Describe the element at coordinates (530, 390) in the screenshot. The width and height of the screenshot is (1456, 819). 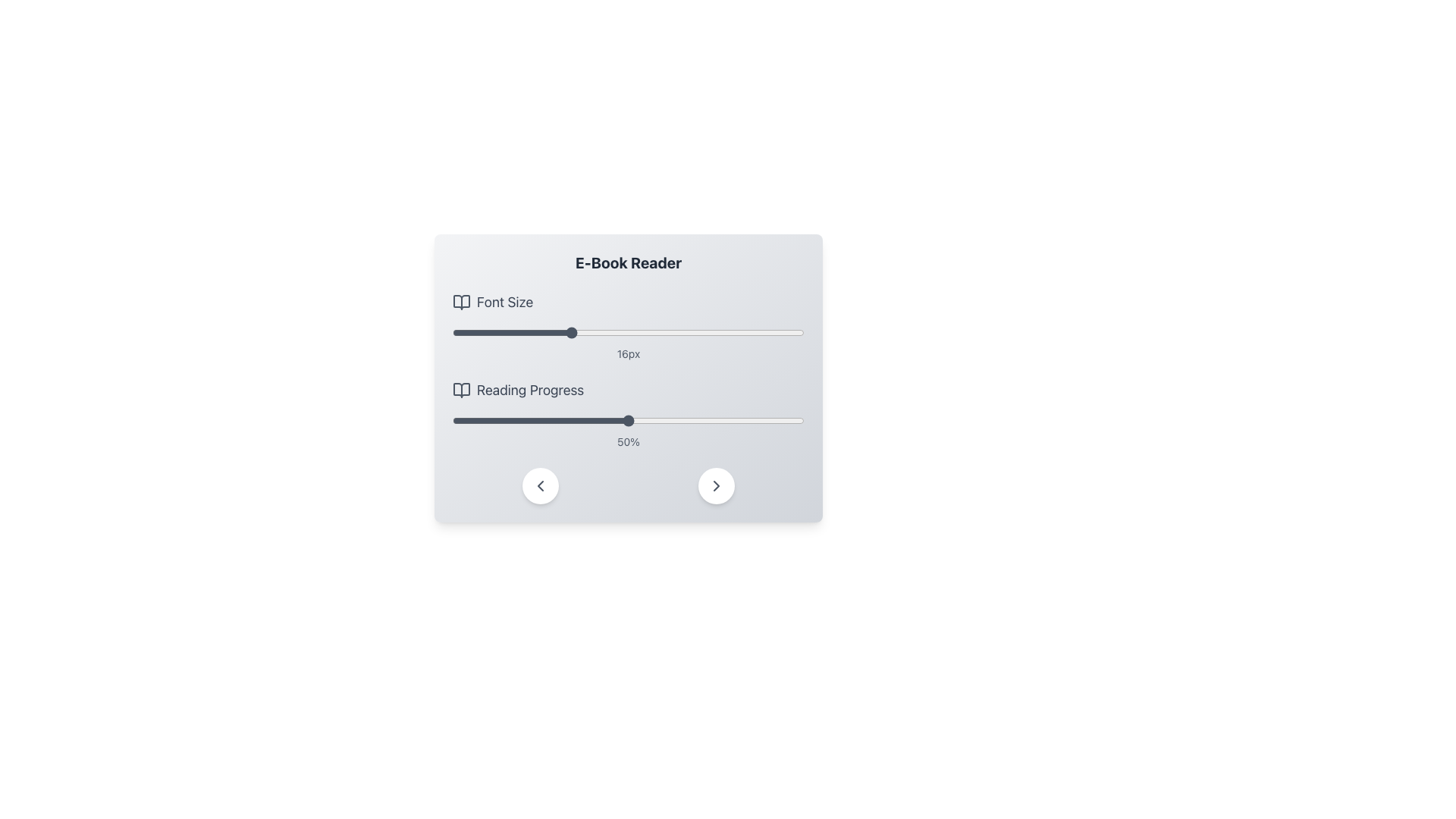
I see `the 'Reading Progress' text label, which is styled in gray and located in the center-left region of the interface, next to an open book icon` at that location.